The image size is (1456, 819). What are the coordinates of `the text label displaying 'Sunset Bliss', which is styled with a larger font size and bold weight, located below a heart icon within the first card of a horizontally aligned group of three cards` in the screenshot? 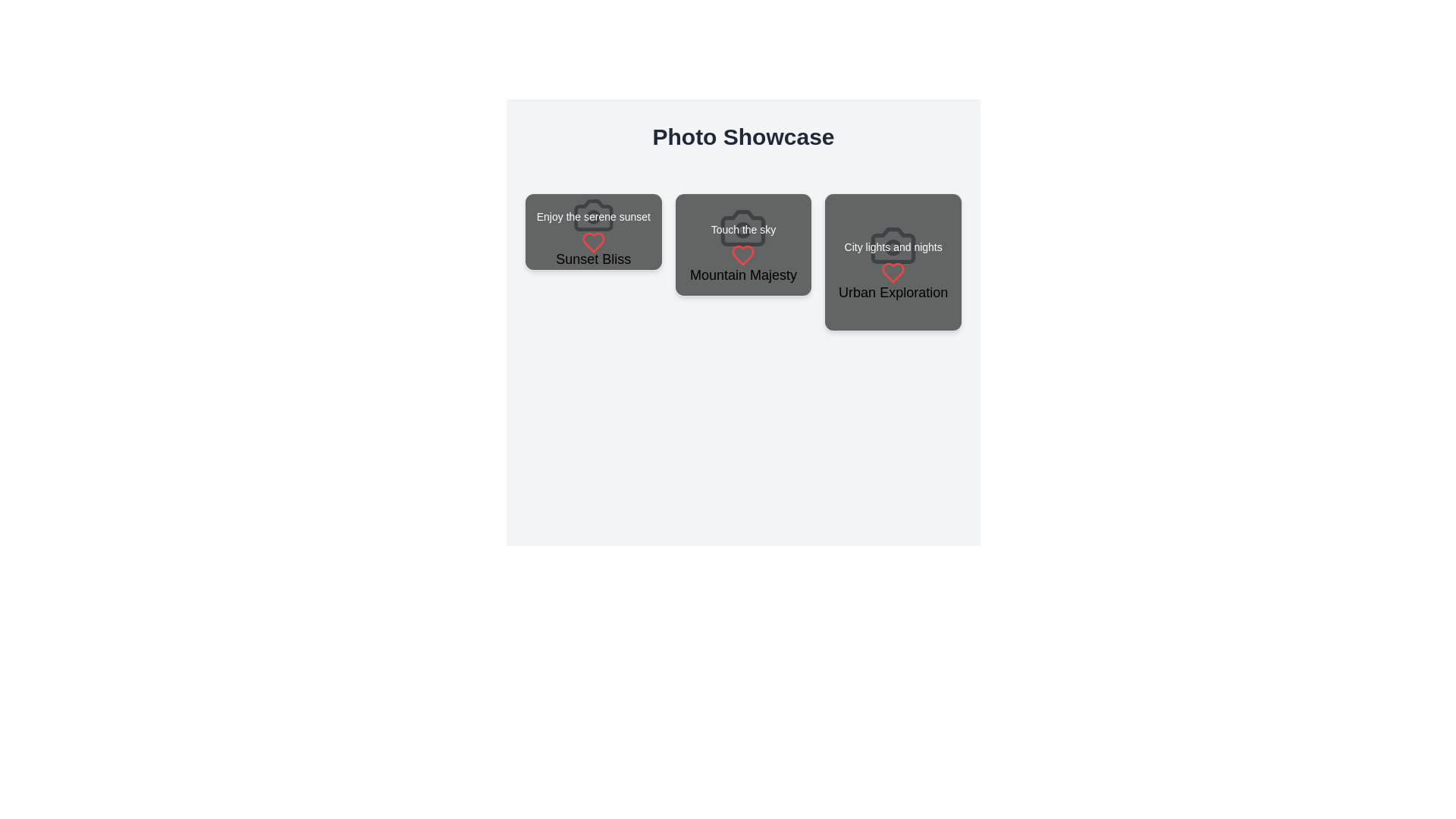 It's located at (592, 259).